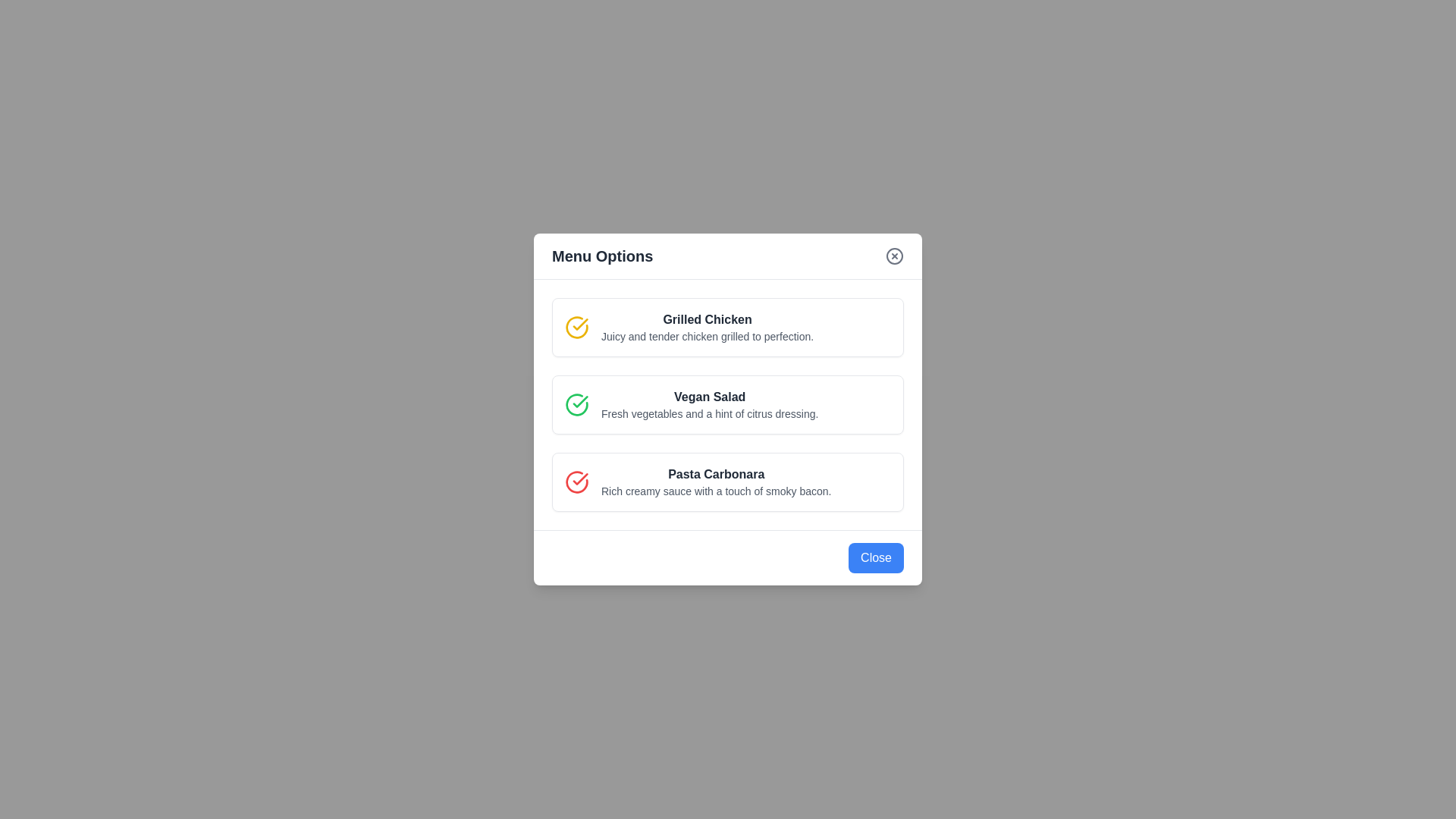 This screenshot has width=1456, height=819. Describe the element at coordinates (728, 482) in the screenshot. I see `the menu item Pasta Carbonara to select it` at that location.